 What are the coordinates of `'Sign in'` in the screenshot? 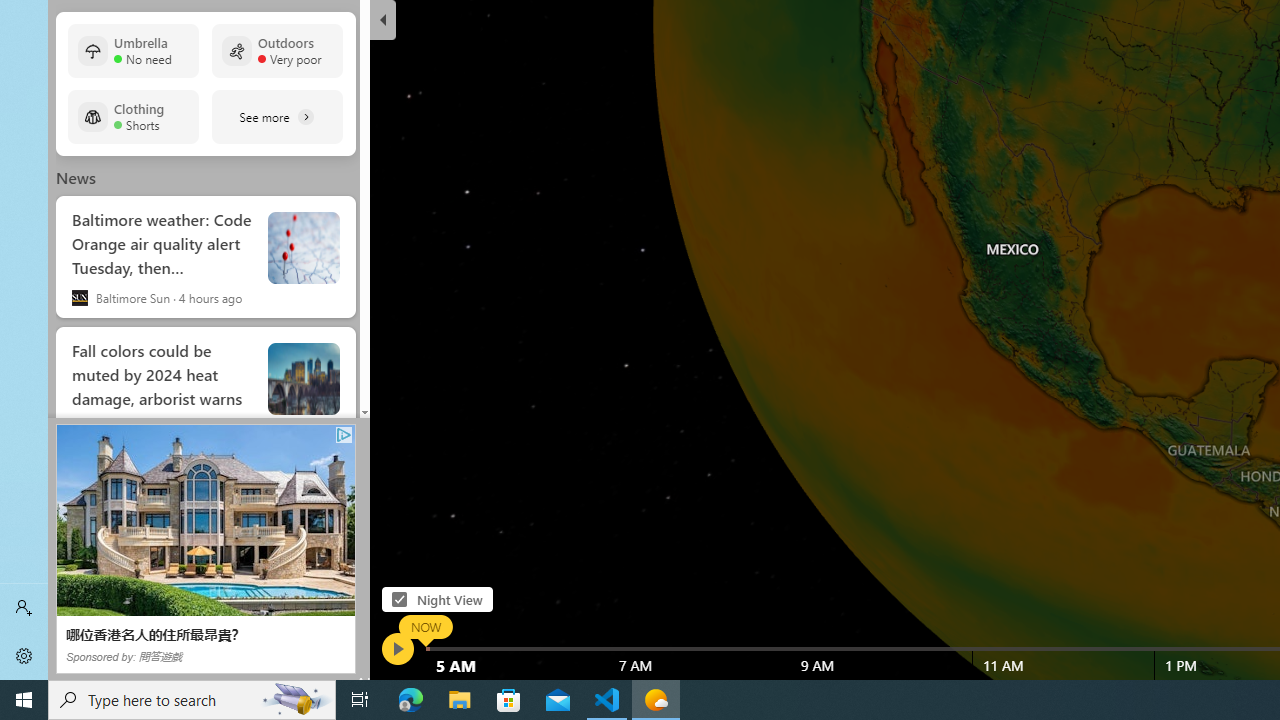 It's located at (24, 607).